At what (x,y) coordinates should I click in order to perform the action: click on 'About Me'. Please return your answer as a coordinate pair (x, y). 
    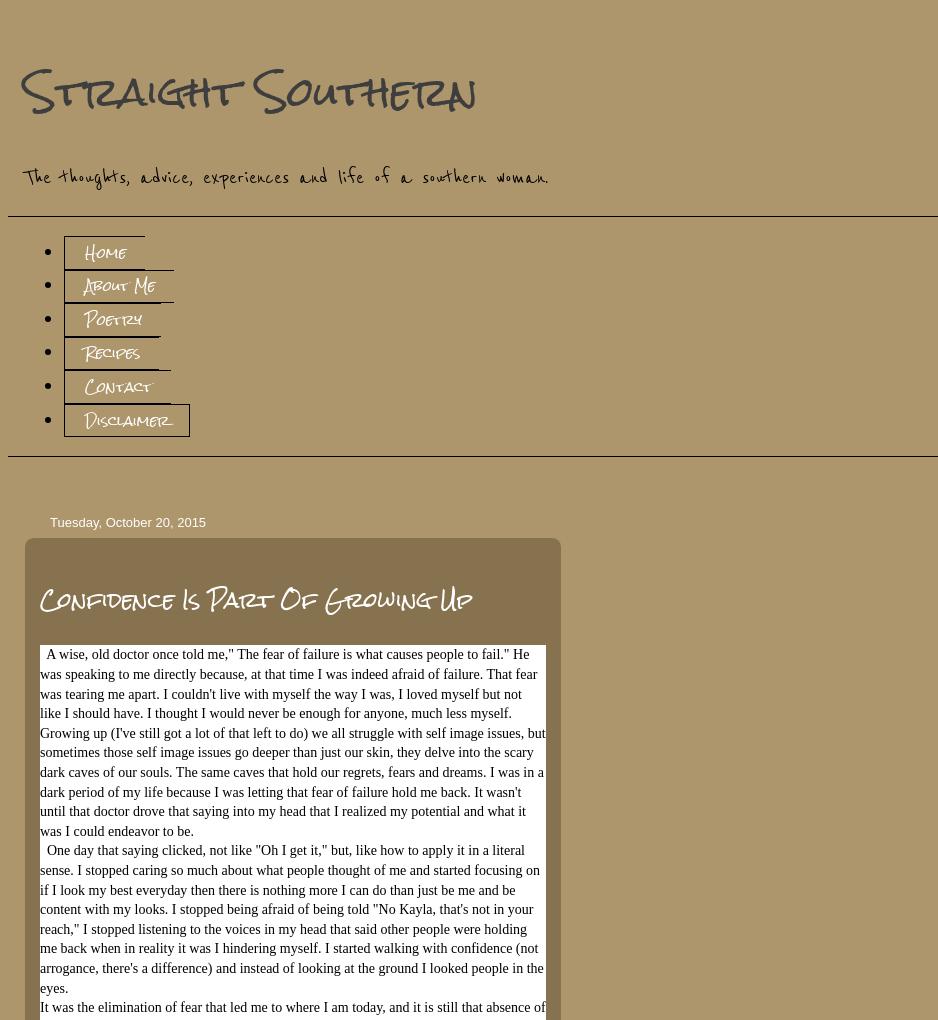
    Looking at the image, I should click on (118, 284).